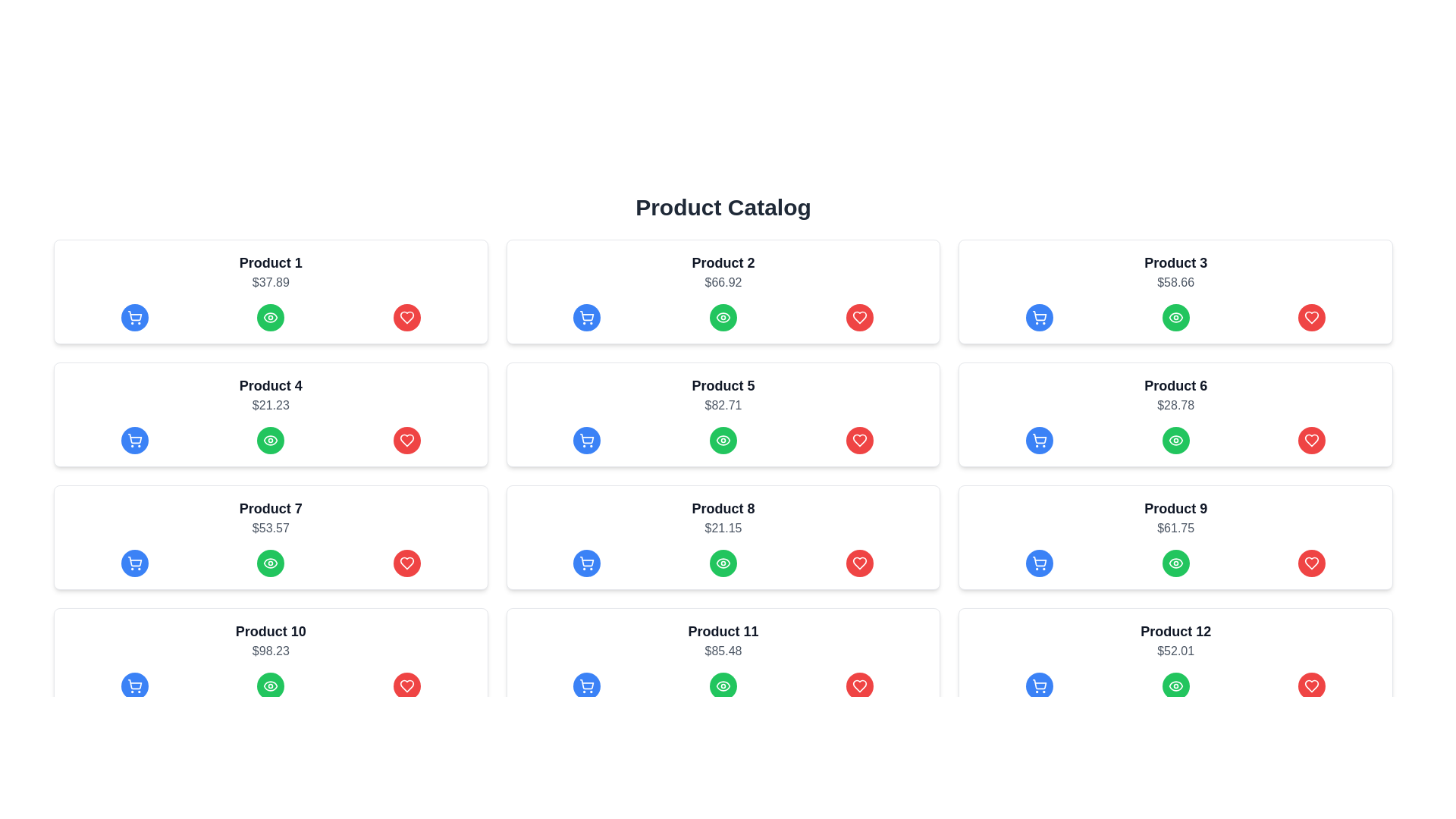 The image size is (1456, 819). What do you see at coordinates (1039, 686) in the screenshot?
I see `the blue circular button with a shopping cart icon located at the bottom-right corner of the 'Product 12' card` at bounding box center [1039, 686].